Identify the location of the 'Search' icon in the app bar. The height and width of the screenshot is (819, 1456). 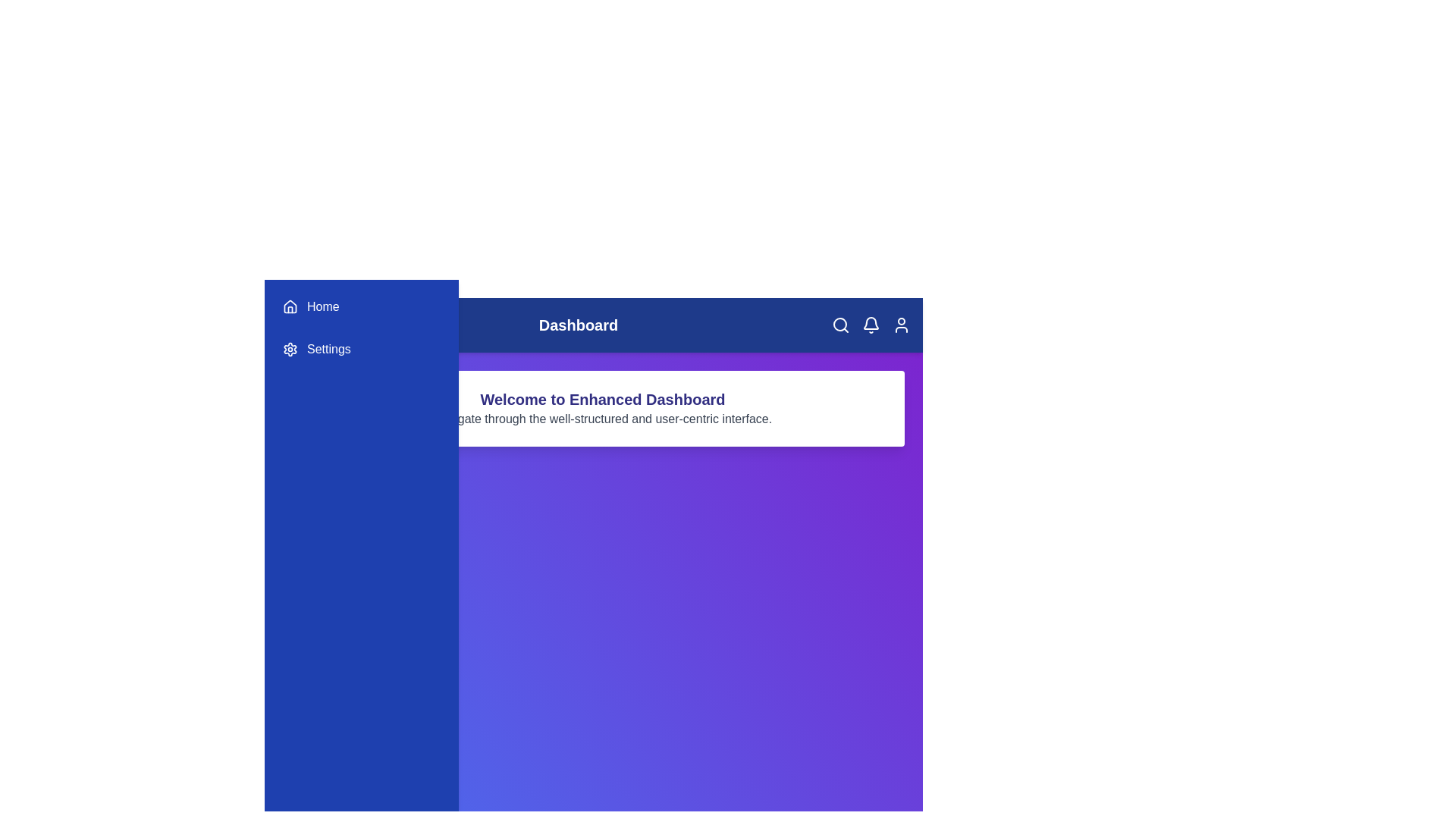
(839, 324).